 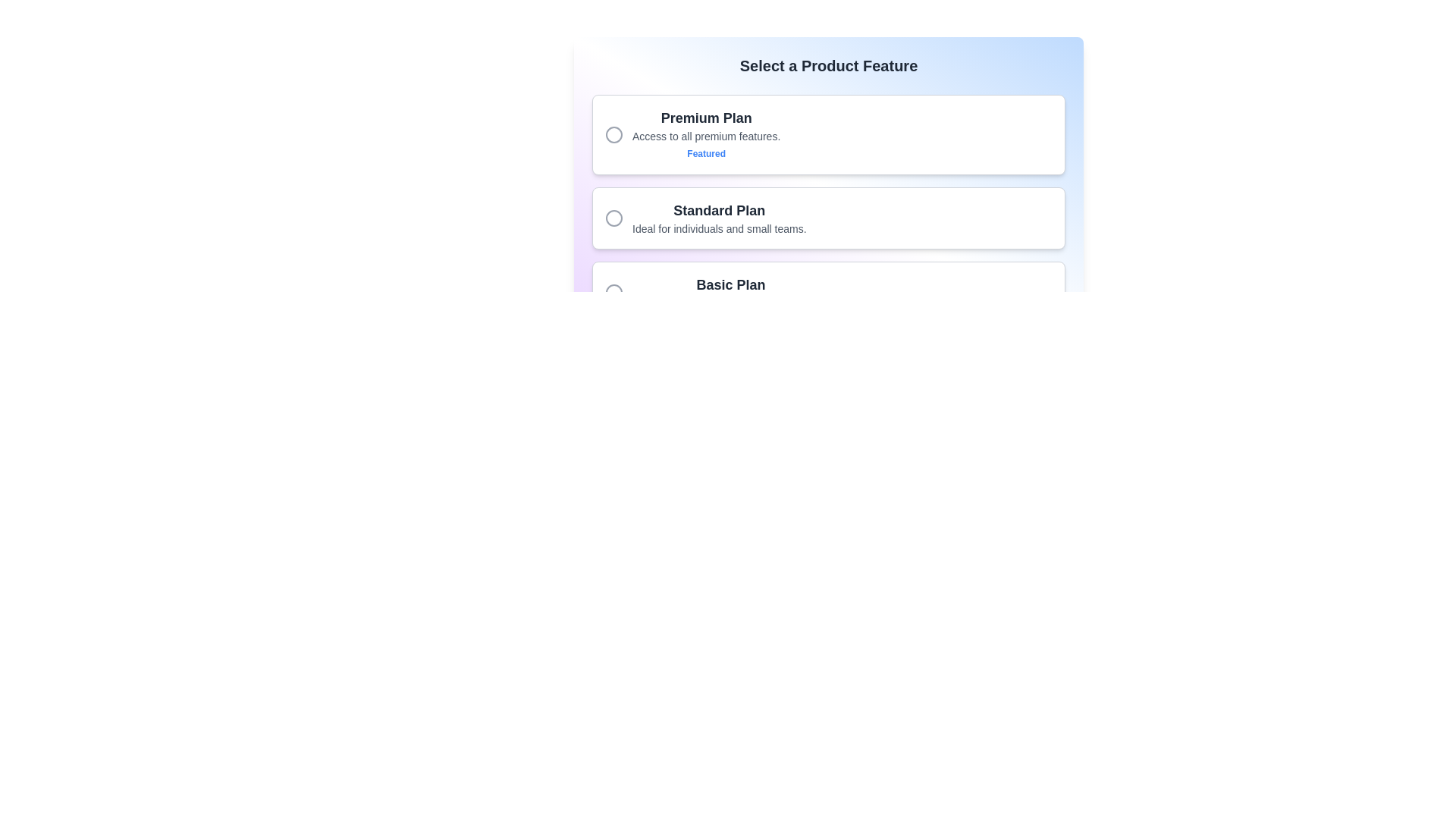 I want to click on the 'Premium Plan' radio button with the description 'Access to all premium features.', so click(x=828, y=133).